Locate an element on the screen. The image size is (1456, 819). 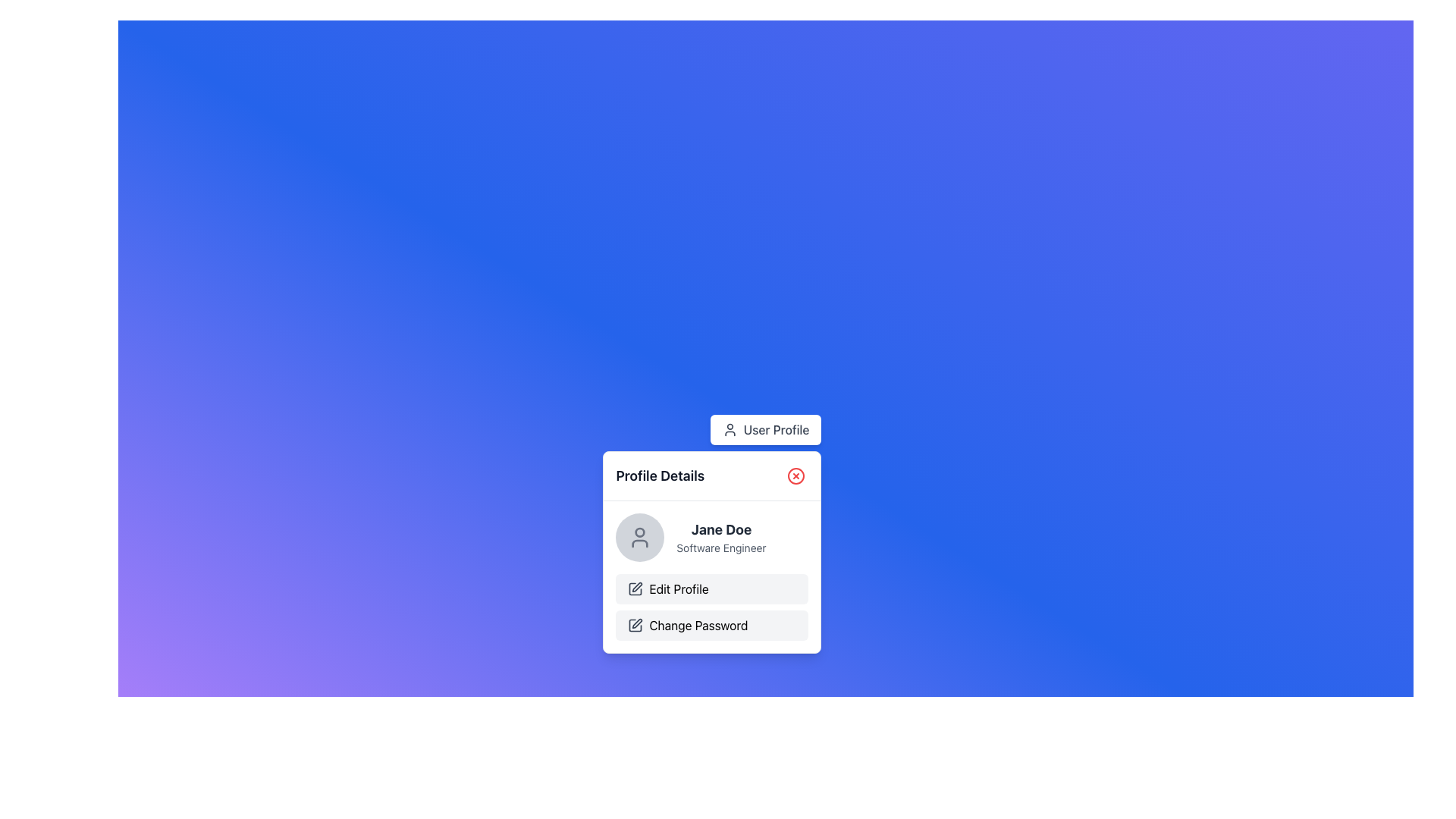
the 'Change Password' button located in the context menu below the 'Edit Profile' option is located at coordinates (711, 626).